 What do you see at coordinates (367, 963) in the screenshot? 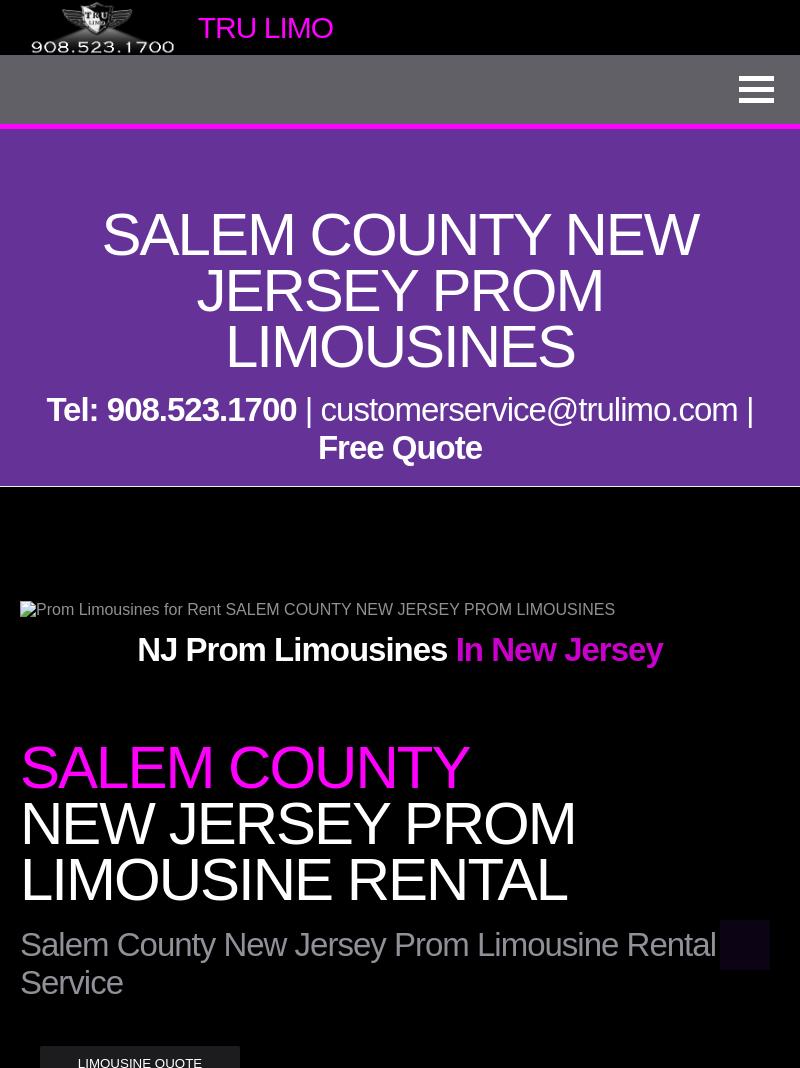
I see `'Salem County New Jersey Prom Limousine Rental Service'` at bounding box center [367, 963].